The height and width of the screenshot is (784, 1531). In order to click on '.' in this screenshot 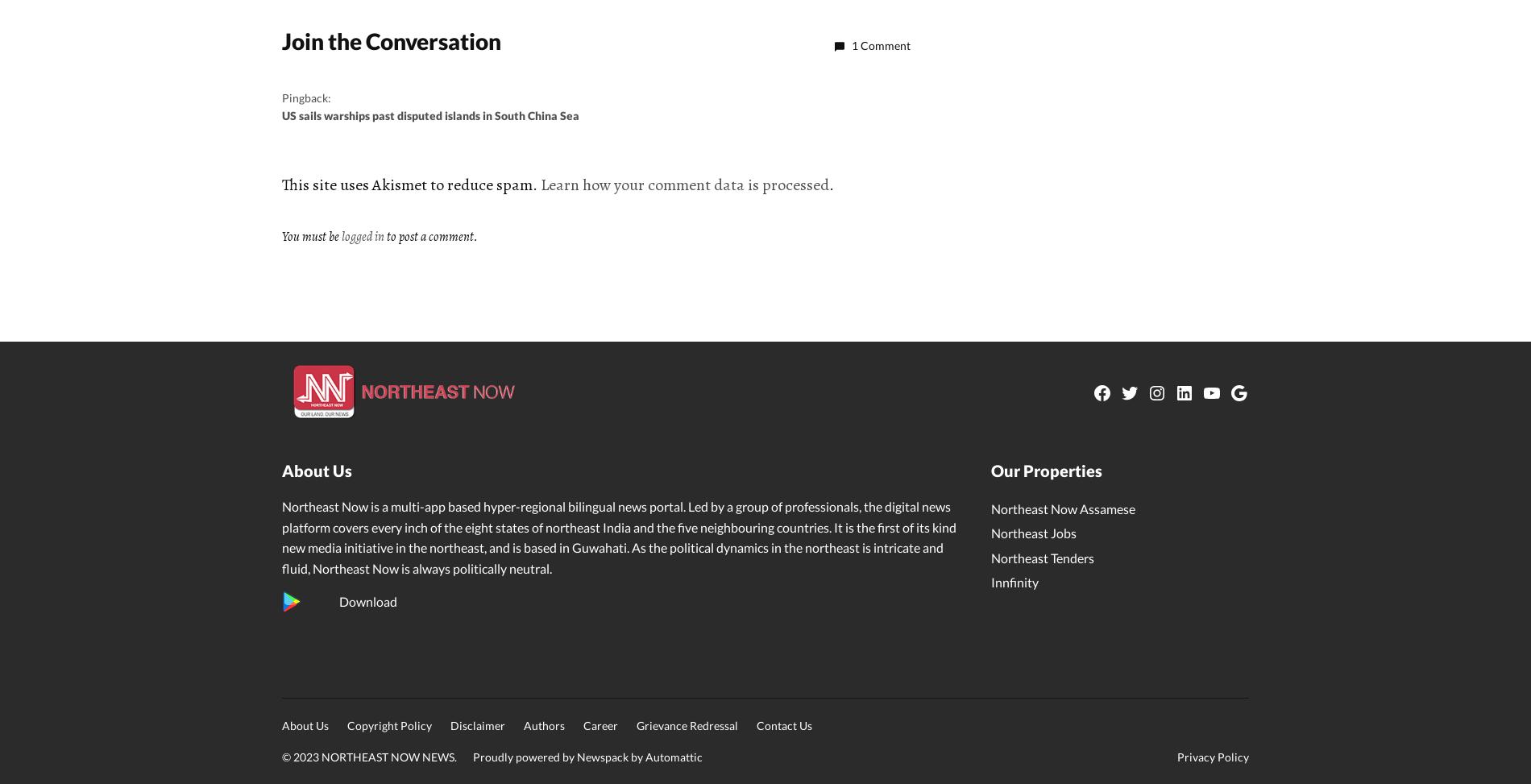, I will do `click(832, 184)`.